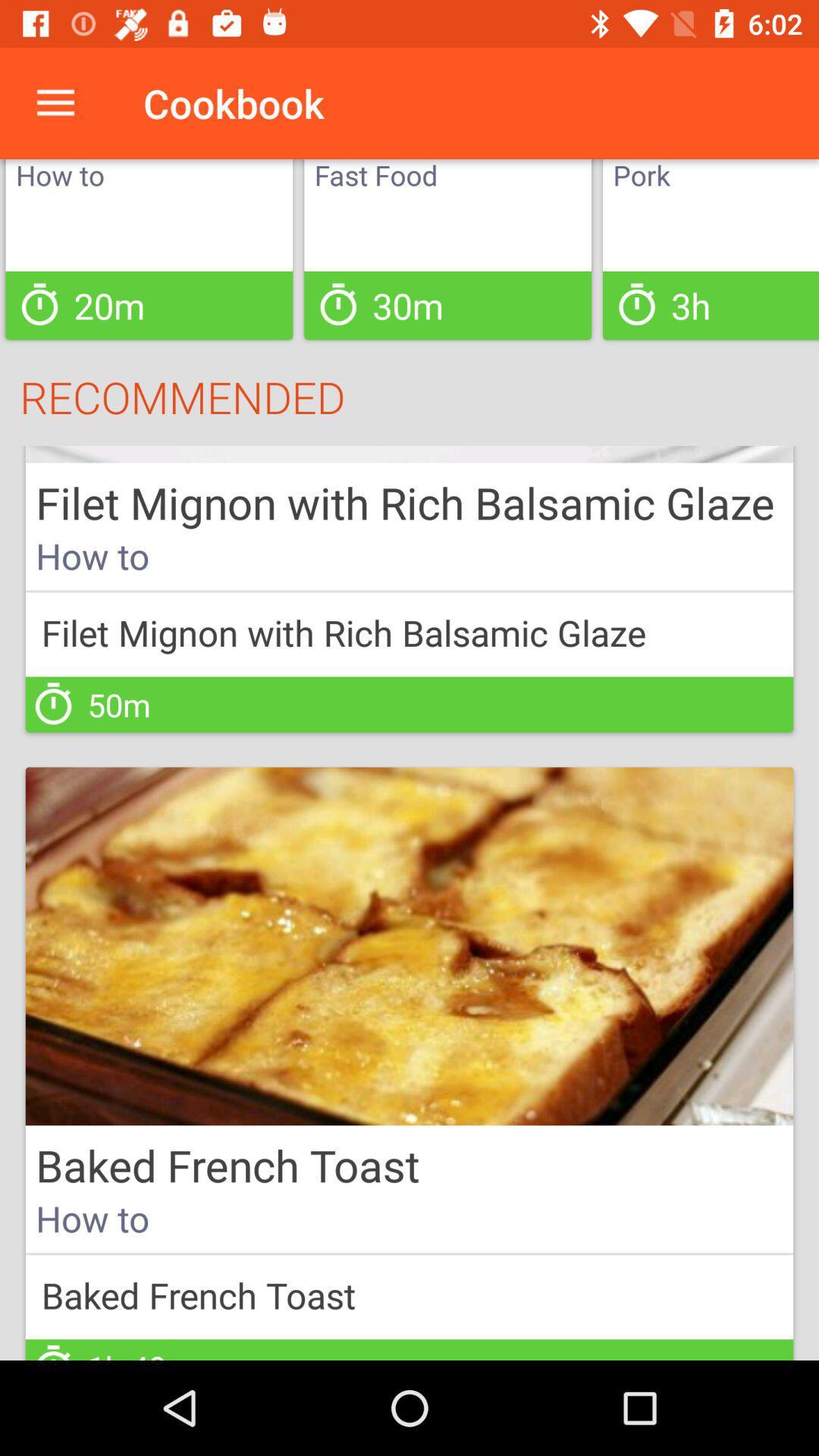 This screenshot has height=1456, width=819. What do you see at coordinates (55, 102) in the screenshot?
I see `icon next to cookbook` at bounding box center [55, 102].